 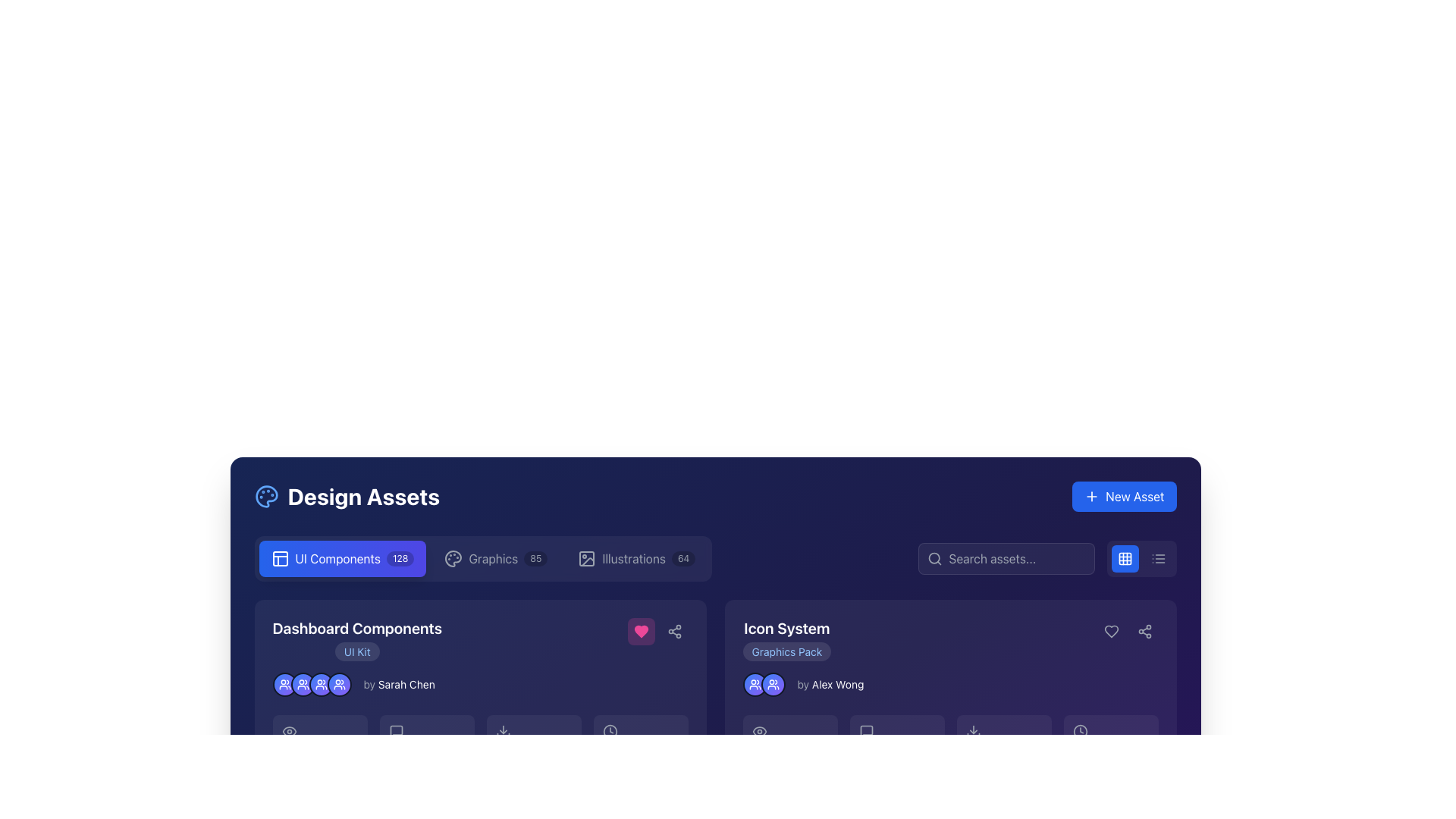 I want to click on the 'Icon System' text label which categorizes a design asset within the card layout of the interface, so click(x=786, y=639).